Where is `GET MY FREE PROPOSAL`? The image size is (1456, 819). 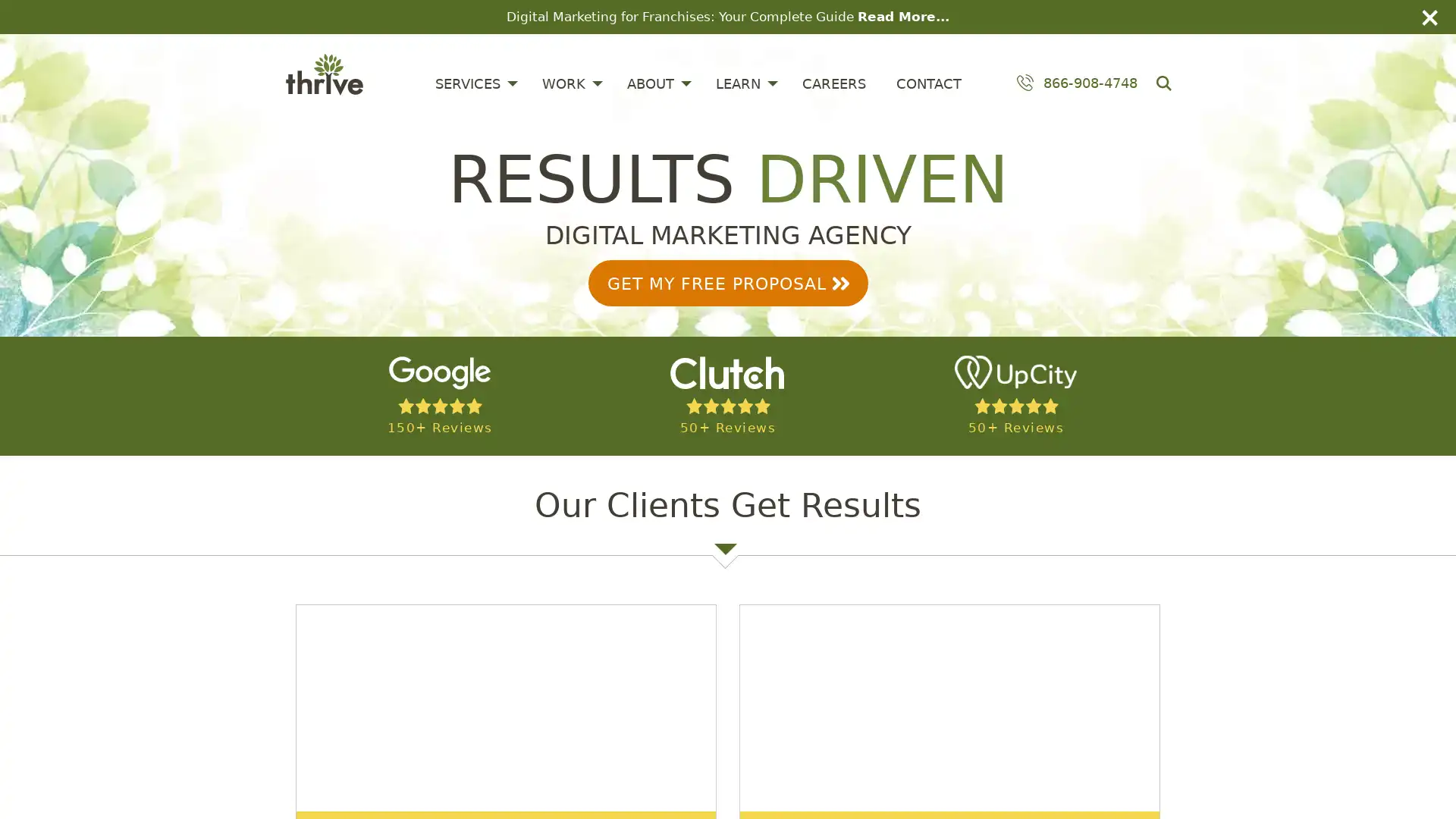 GET MY FREE PROPOSAL is located at coordinates (726, 283).